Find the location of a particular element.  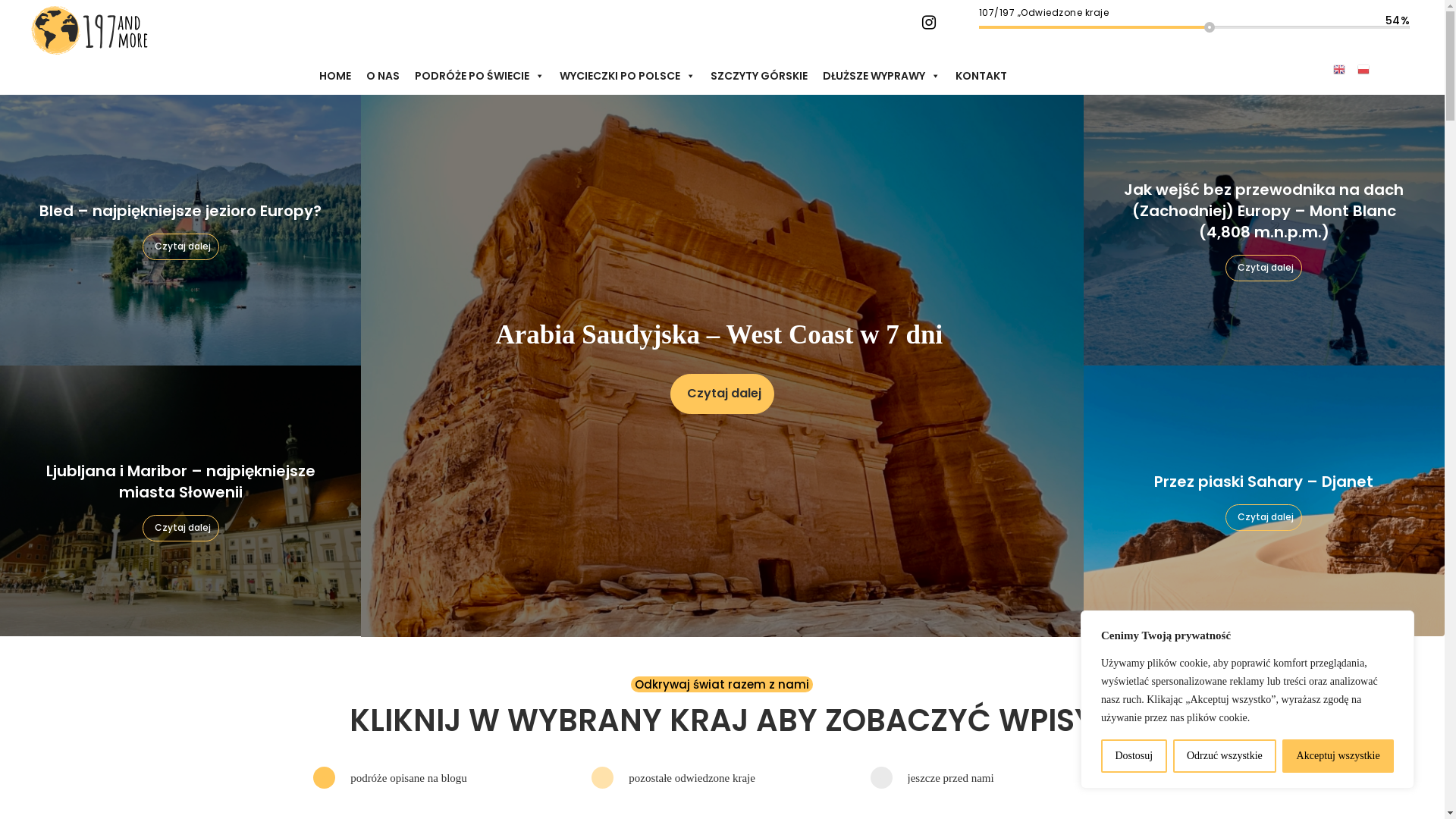

'HOME' is located at coordinates (311, 76).